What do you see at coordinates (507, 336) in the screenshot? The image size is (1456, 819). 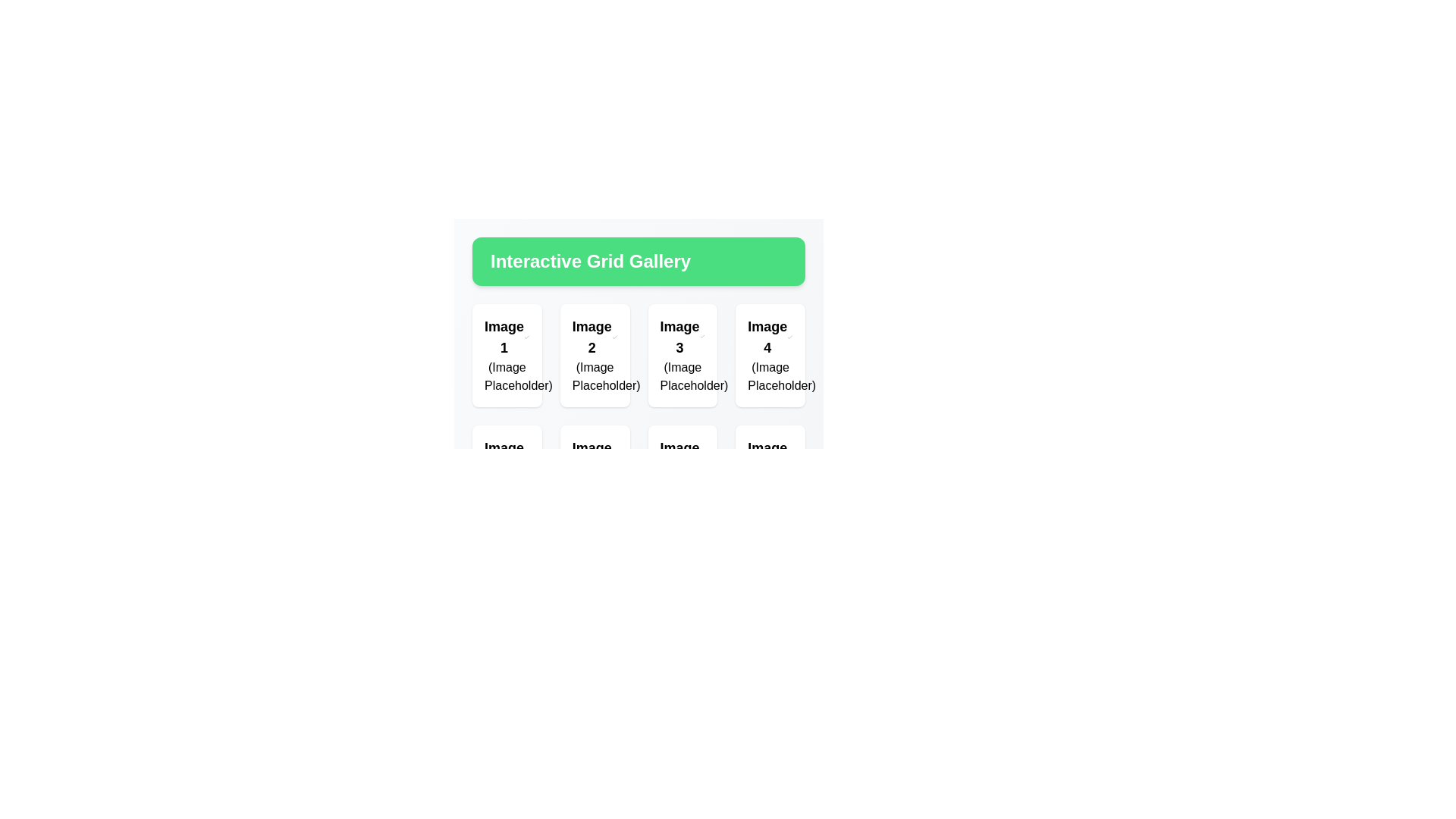 I see `text content of the label indicating the name or number of the image in the top-left card of the grid layout, which is positioned above the '(Image Placeholder)' text` at bounding box center [507, 336].